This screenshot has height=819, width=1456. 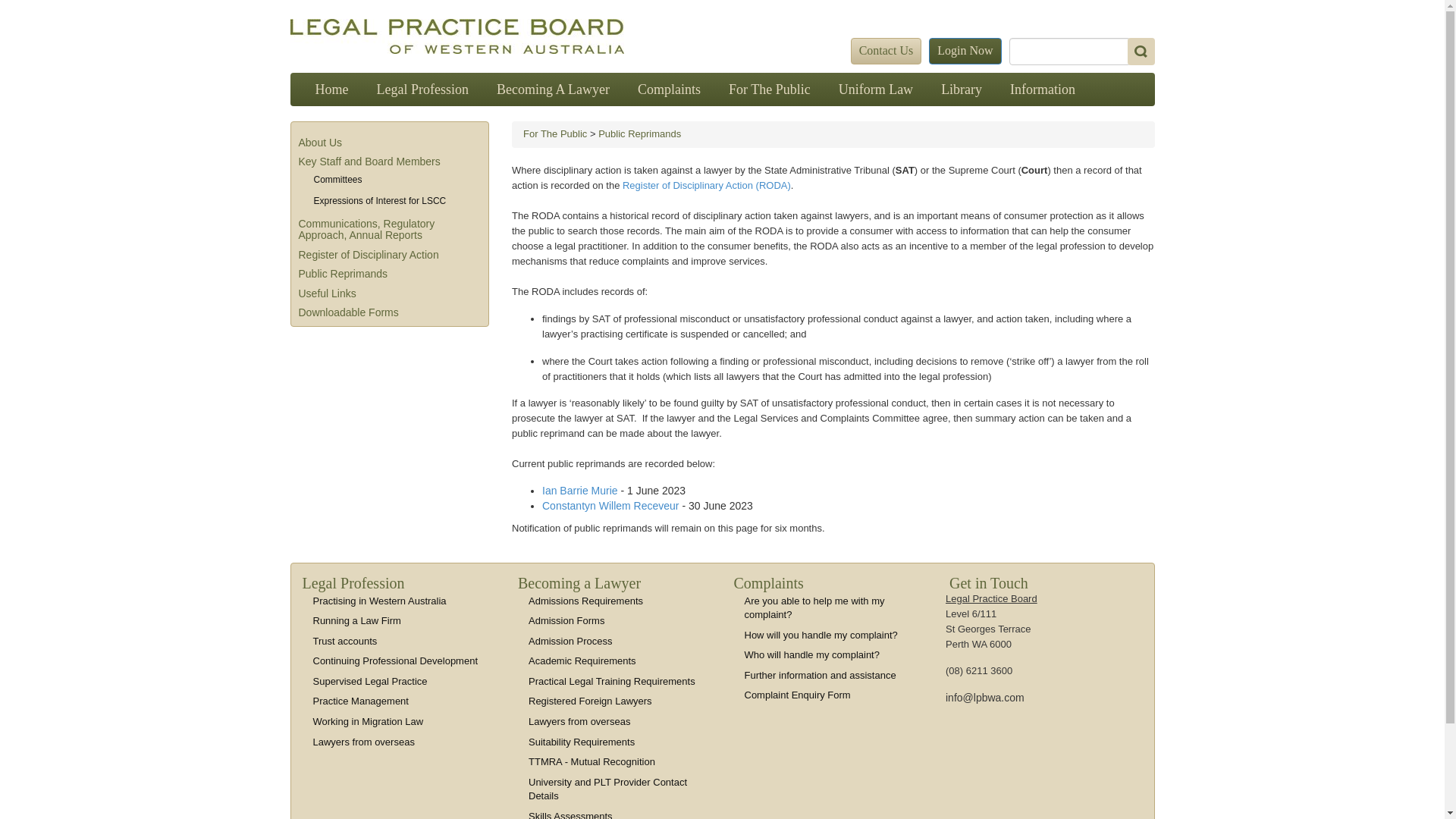 What do you see at coordinates (312, 178) in the screenshot?
I see `'Committees'` at bounding box center [312, 178].